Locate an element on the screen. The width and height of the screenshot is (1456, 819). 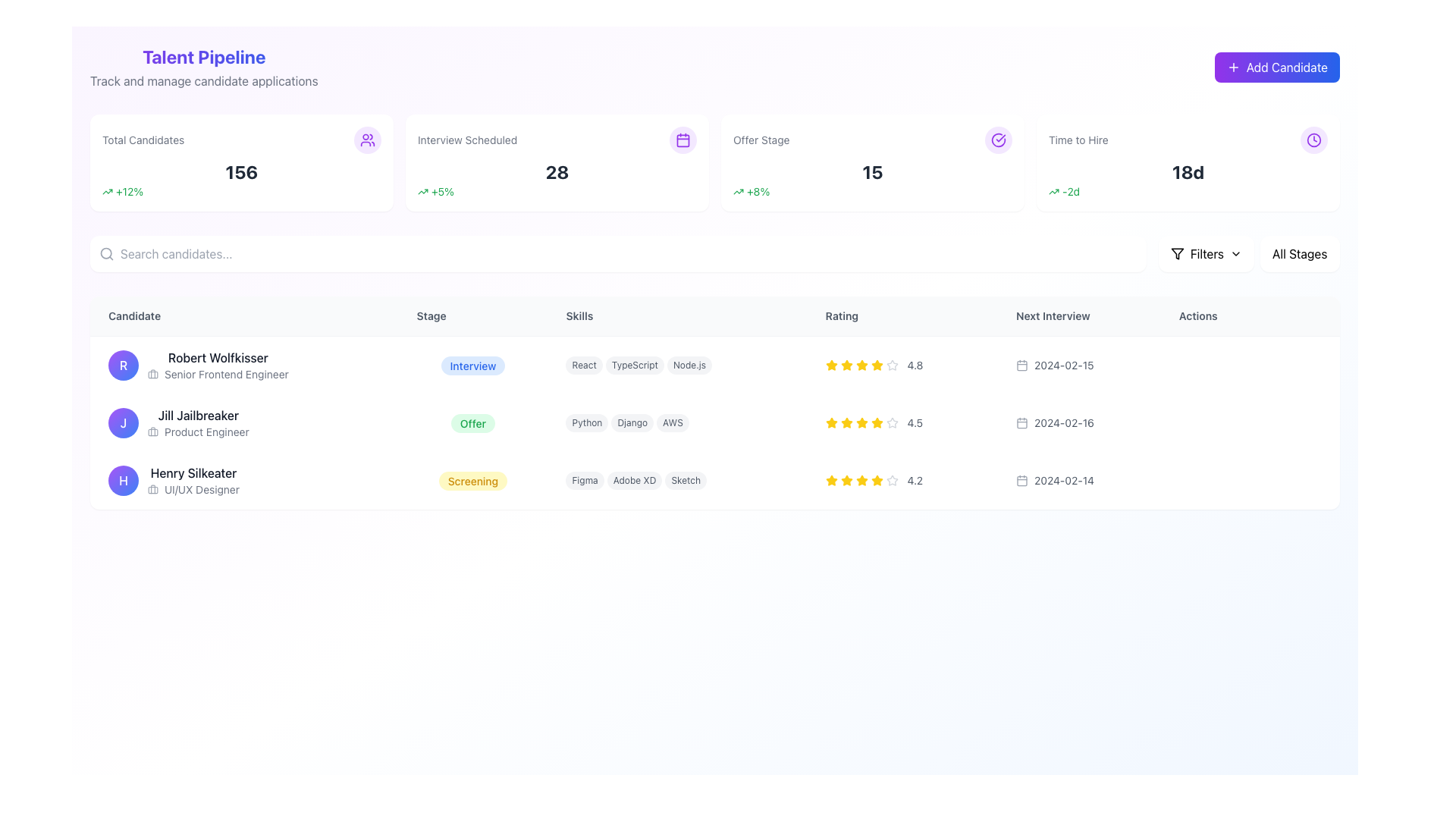
the large bold text displaying the number '15' which is centered within the 'Offer Stage' card, specifically the third card from the left is located at coordinates (873, 171).